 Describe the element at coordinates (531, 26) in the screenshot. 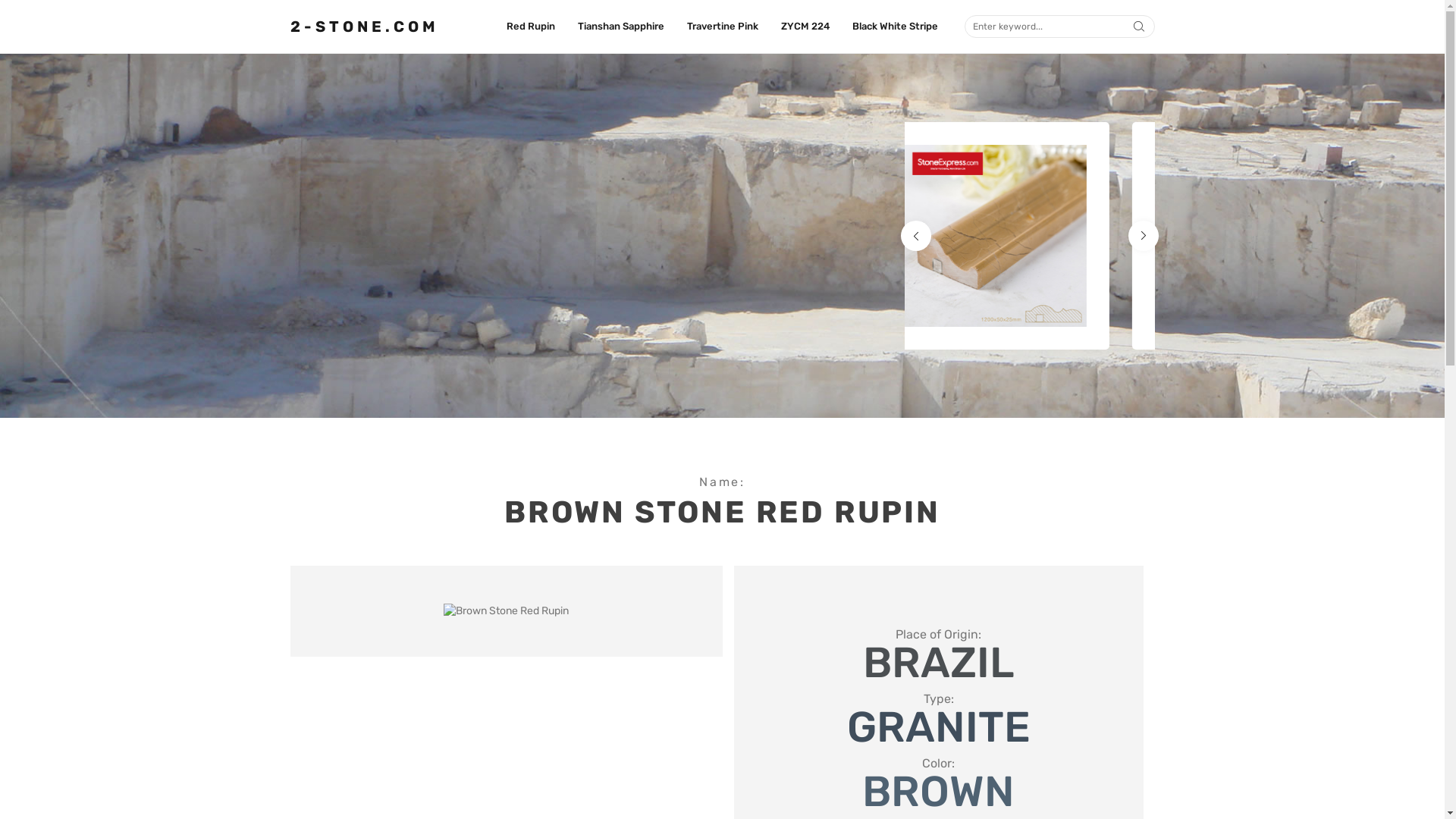

I see `'Red Rupin'` at that location.